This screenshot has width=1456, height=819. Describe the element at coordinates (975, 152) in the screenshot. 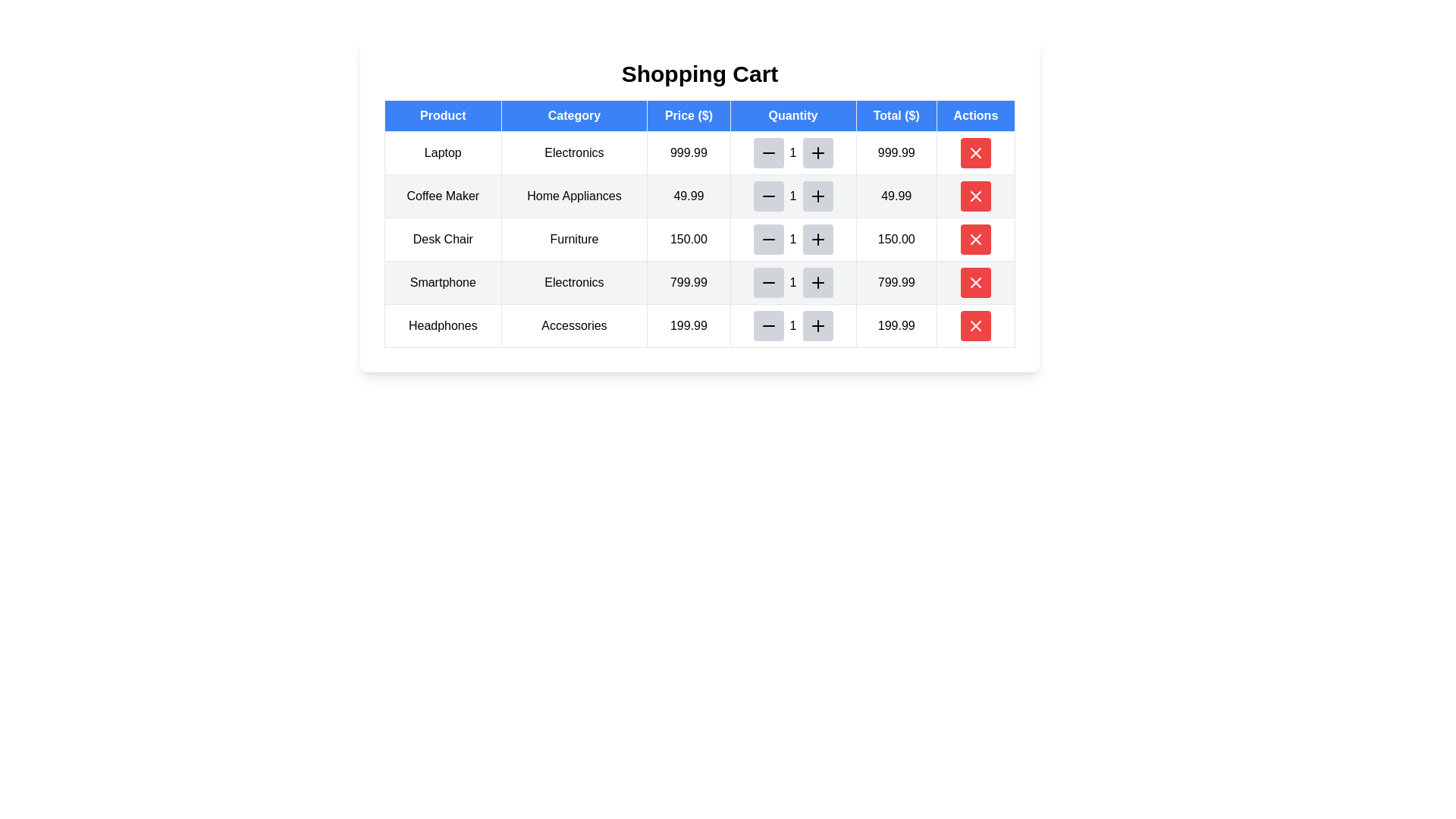

I see `the first red button in the 'Actions' column of the shopping cart table` at that location.